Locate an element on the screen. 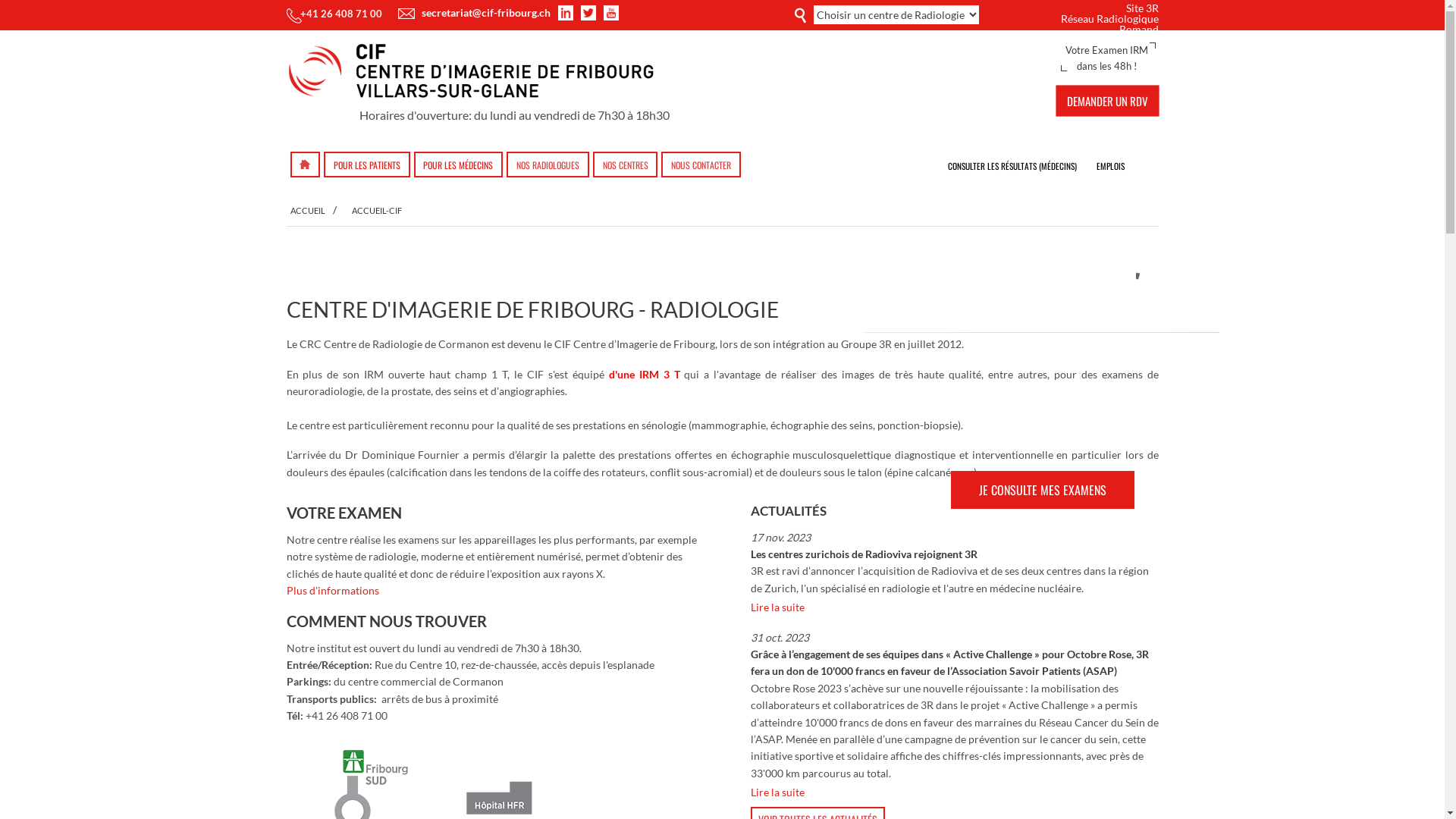 This screenshot has height=819, width=1456. 'linkedin' is located at coordinates (560, 12).